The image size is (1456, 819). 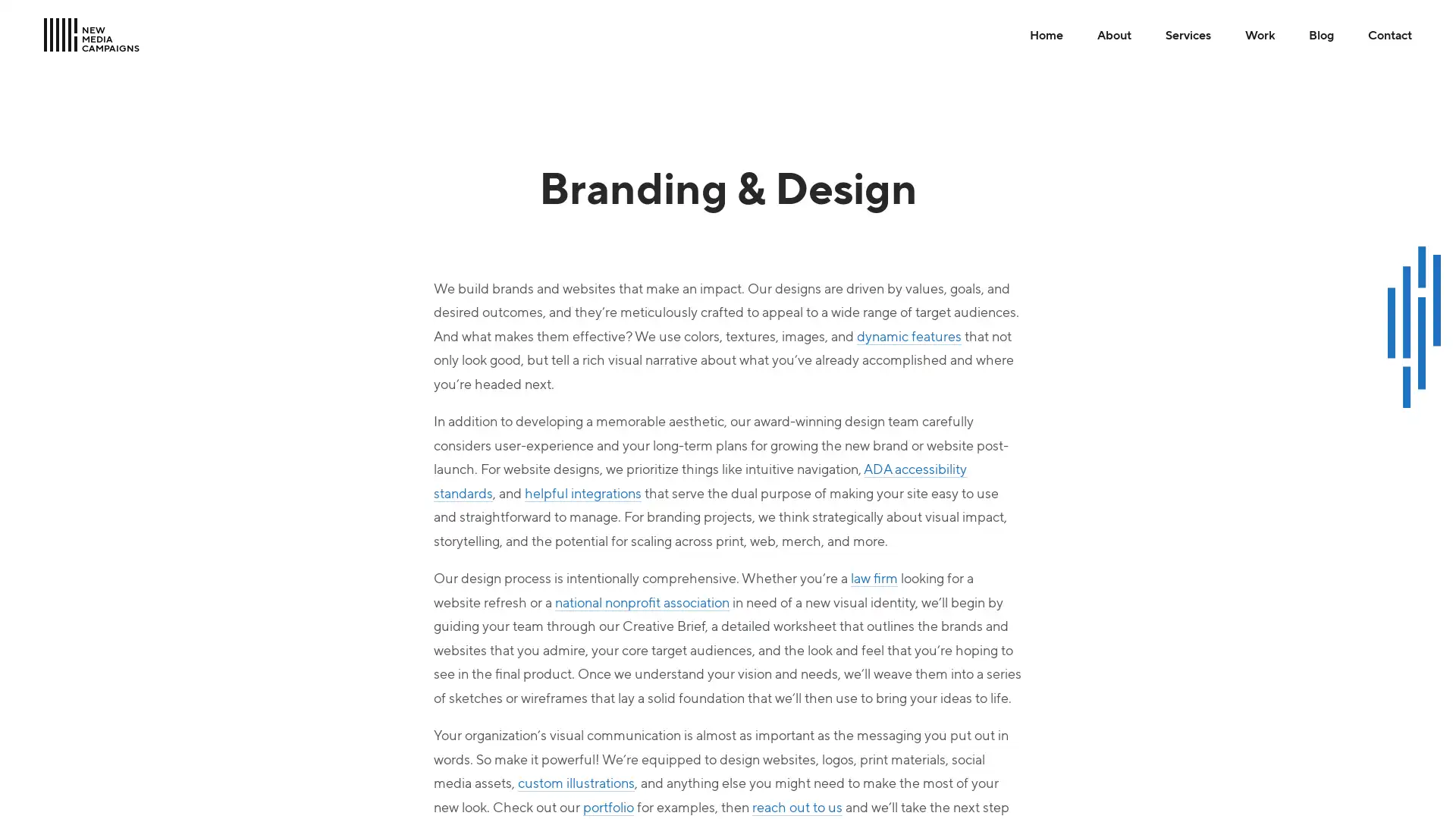 What do you see at coordinates (15, 15) in the screenshot?
I see `Skip to Main Content` at bounding box center [15, 15].